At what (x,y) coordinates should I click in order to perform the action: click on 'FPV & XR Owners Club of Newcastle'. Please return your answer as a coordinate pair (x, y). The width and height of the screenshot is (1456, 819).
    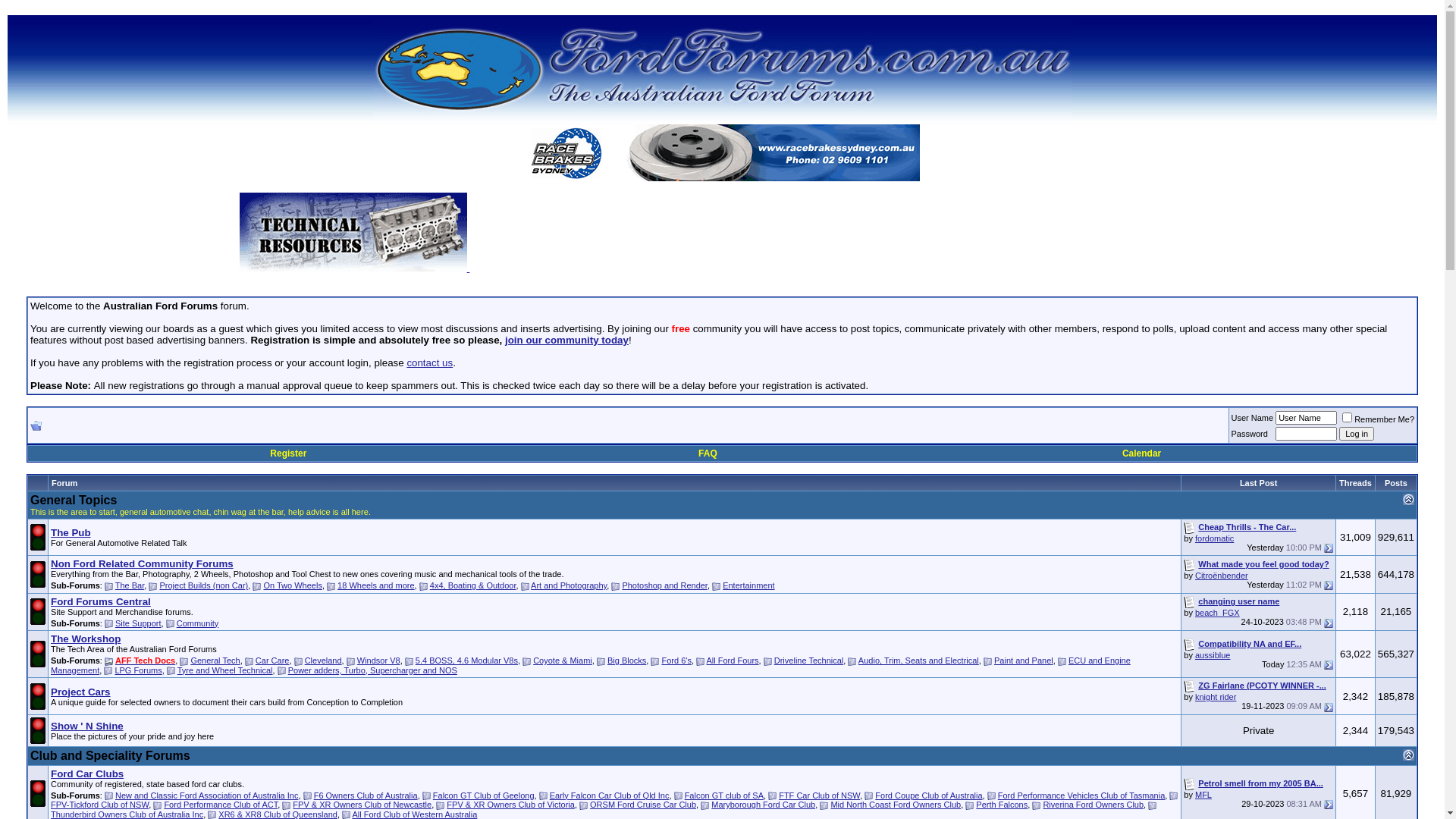
    Looking at the image, I should click on (361, 803).